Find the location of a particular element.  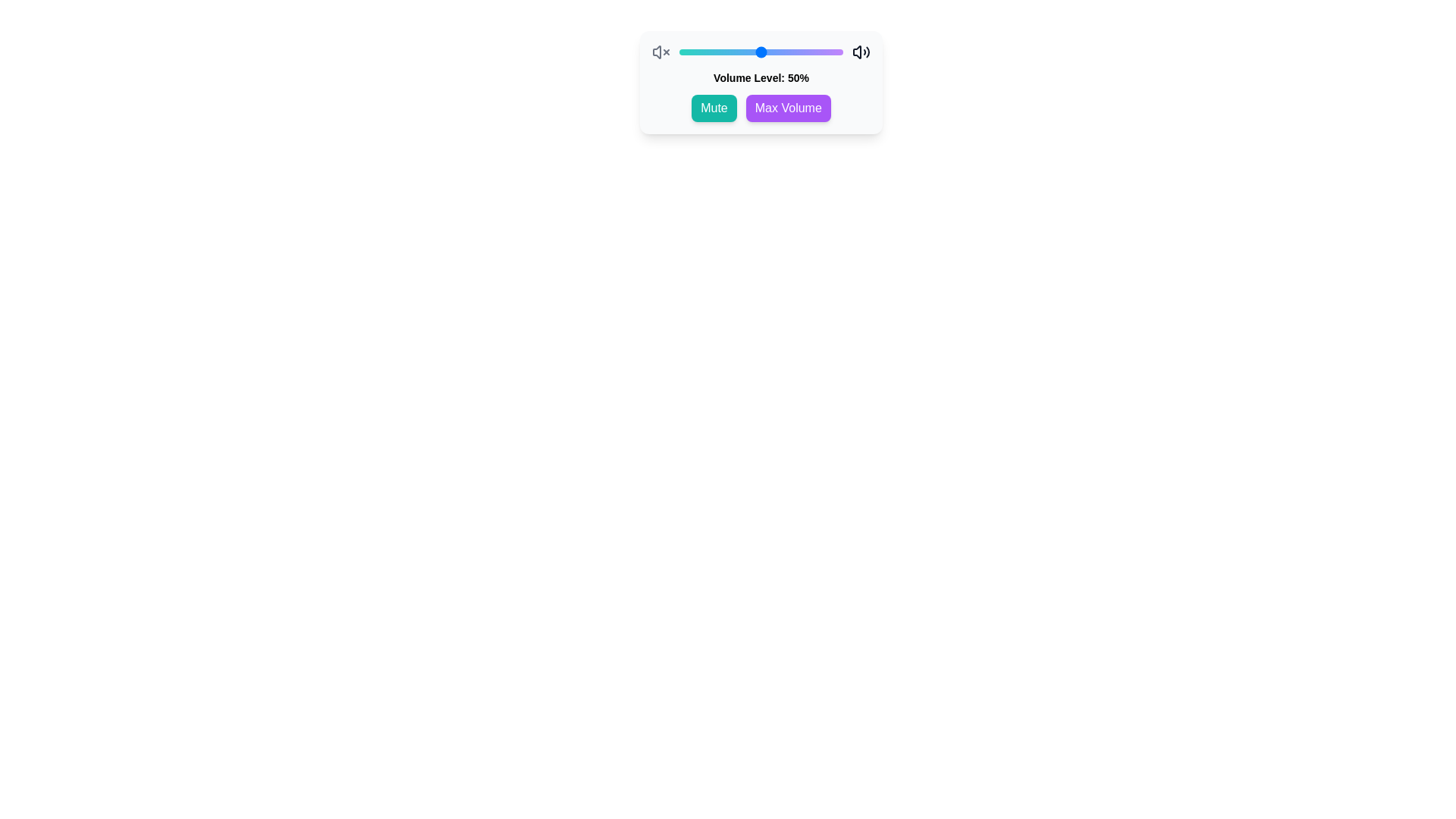

the volume slider to set the volume level to 96% is located at coordinates (836, 52).